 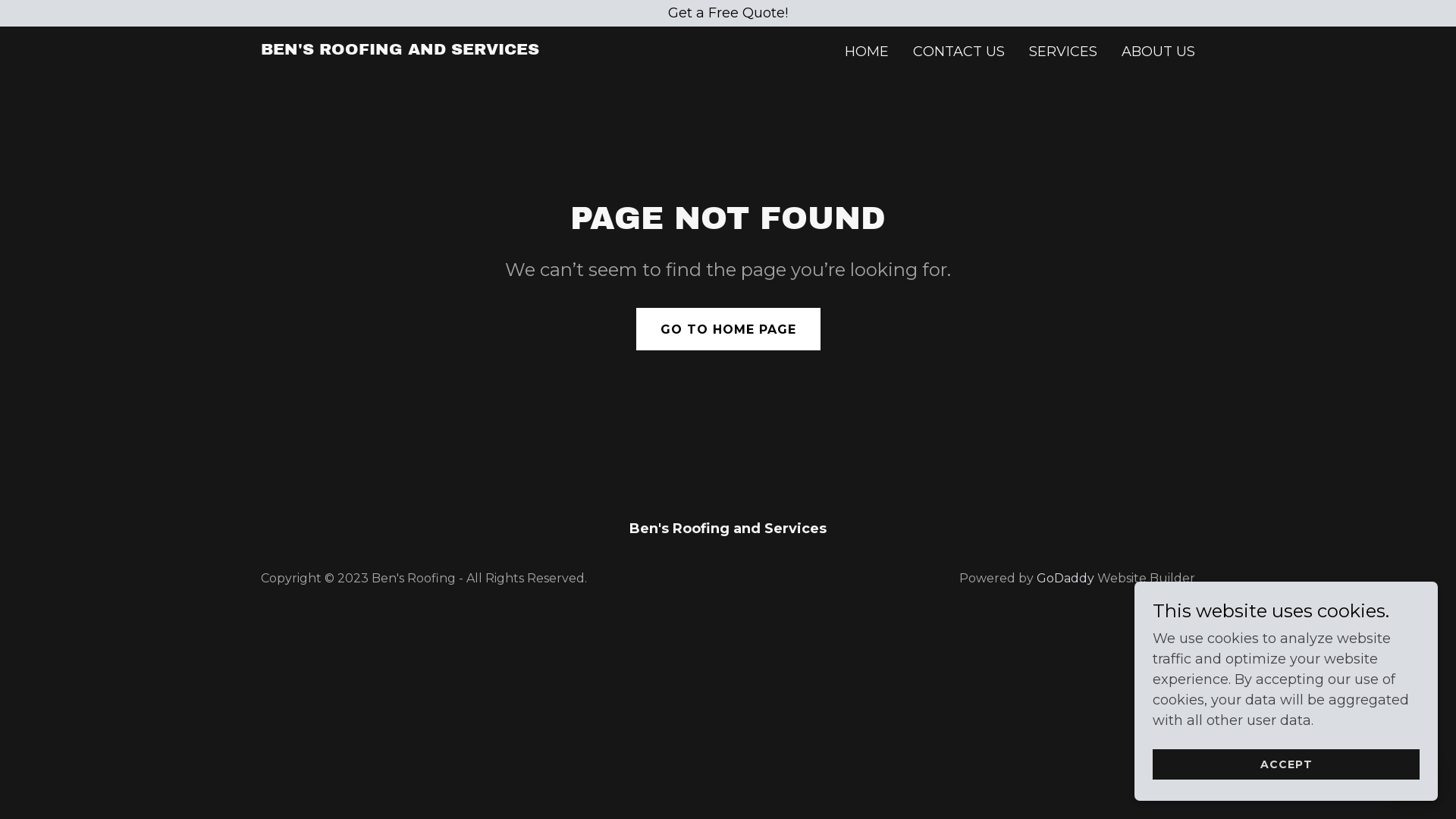 What do you see at coordinates (400, 49) in the screenshot?
I see `'BEN'S ROOFING AND SERVICES'` at bounding box center [400, 49].